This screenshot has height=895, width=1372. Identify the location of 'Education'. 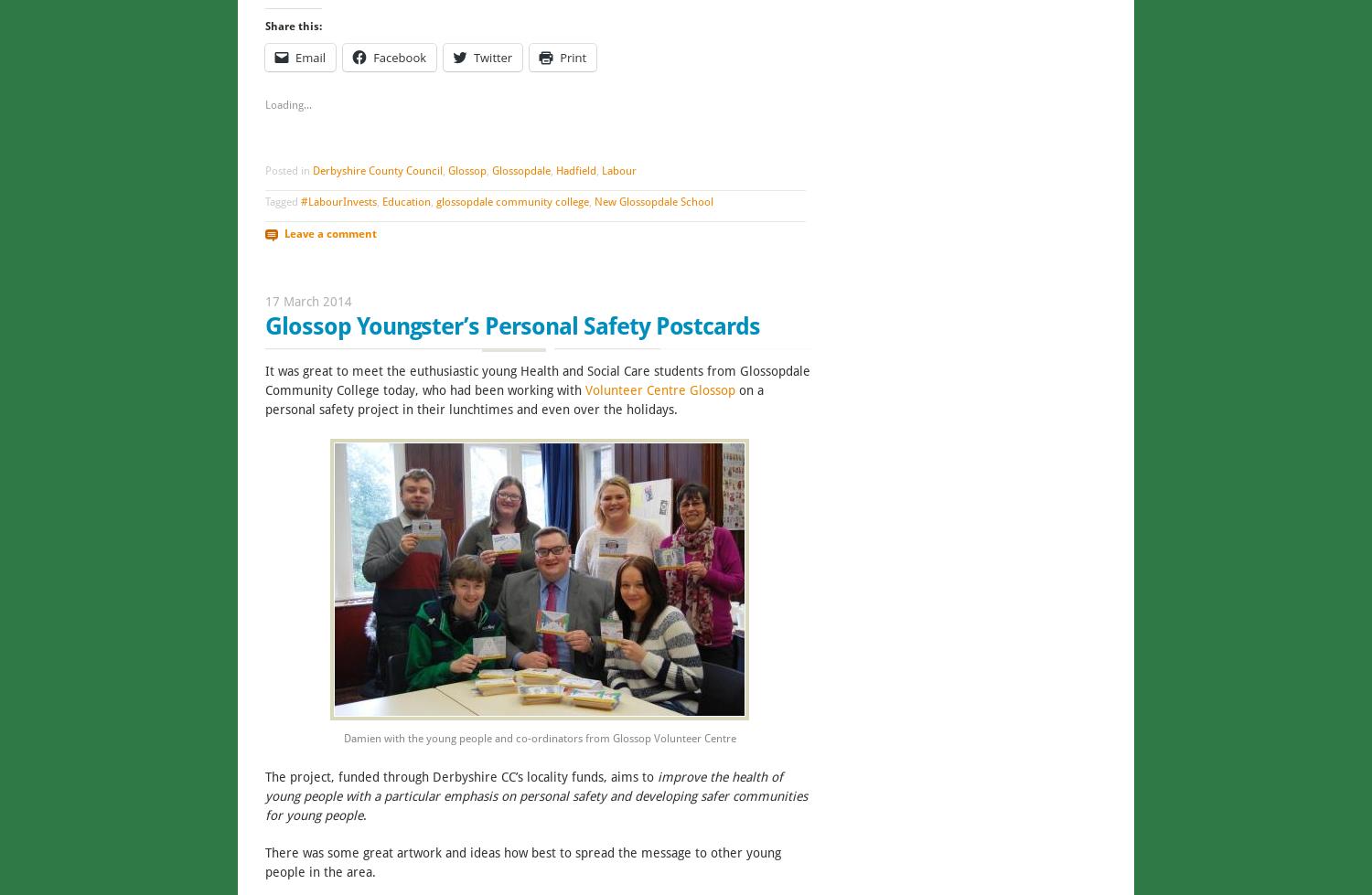
(405, 201).